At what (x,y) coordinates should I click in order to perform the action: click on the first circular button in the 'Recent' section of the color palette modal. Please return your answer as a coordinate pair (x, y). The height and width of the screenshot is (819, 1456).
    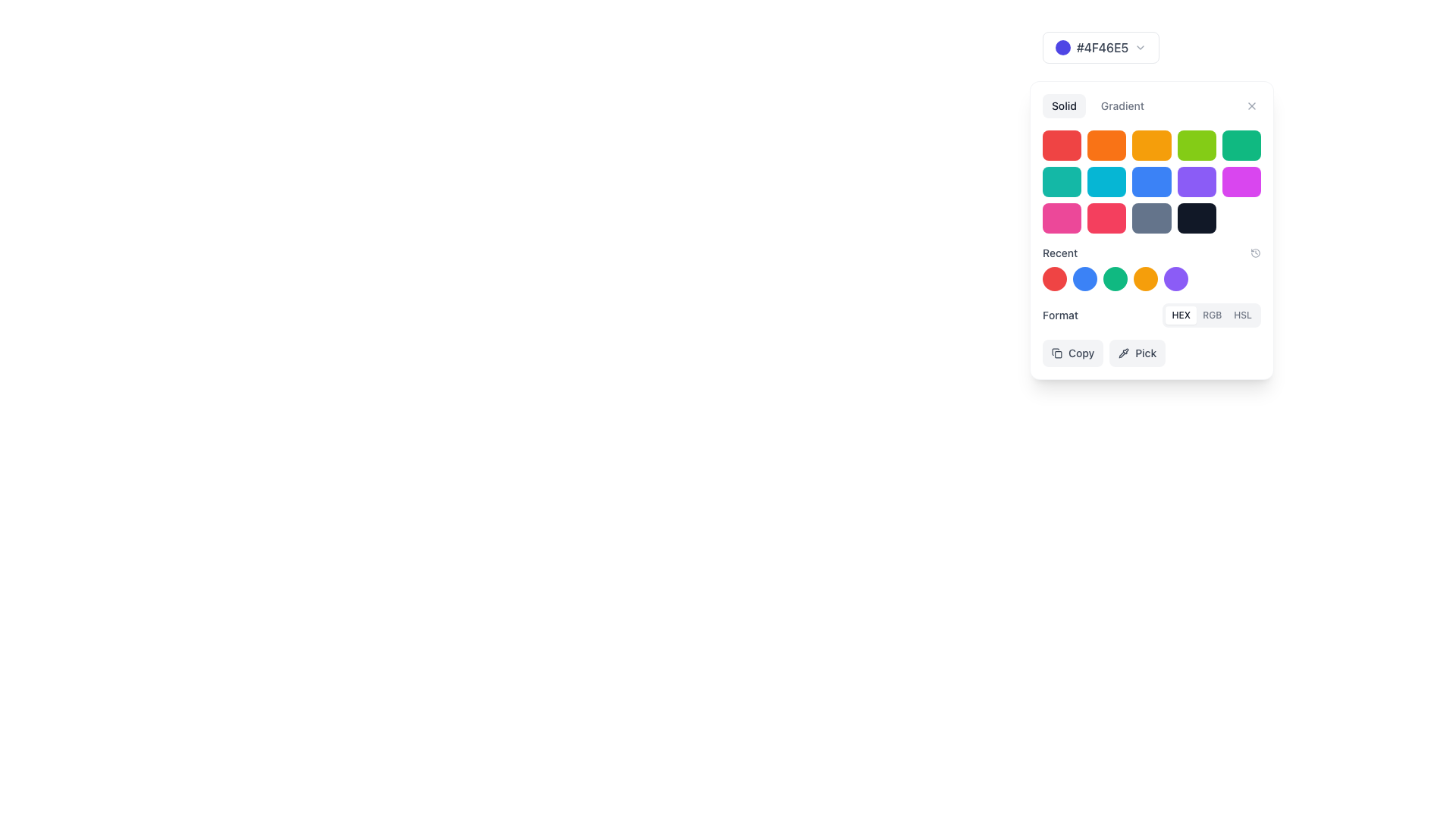
    Looking at the image, I should click on (1054, 278).